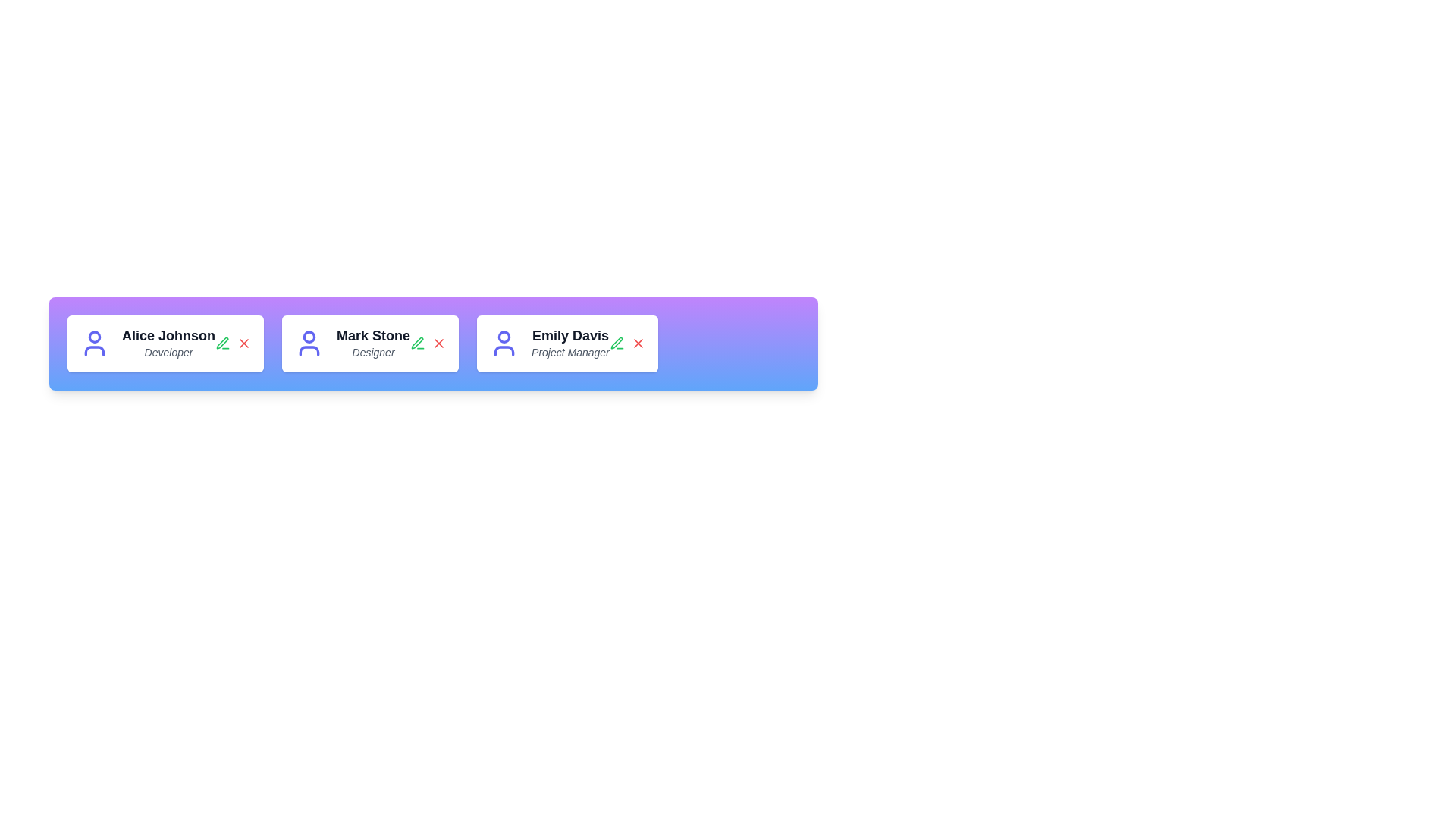 This screenshot has height=819, width=1456. What do you see at coordinates (438, 344) in the screenshot?
I see `the delete button of the profile card corresponding to Mark Stone` at bounding box center [438, 344].